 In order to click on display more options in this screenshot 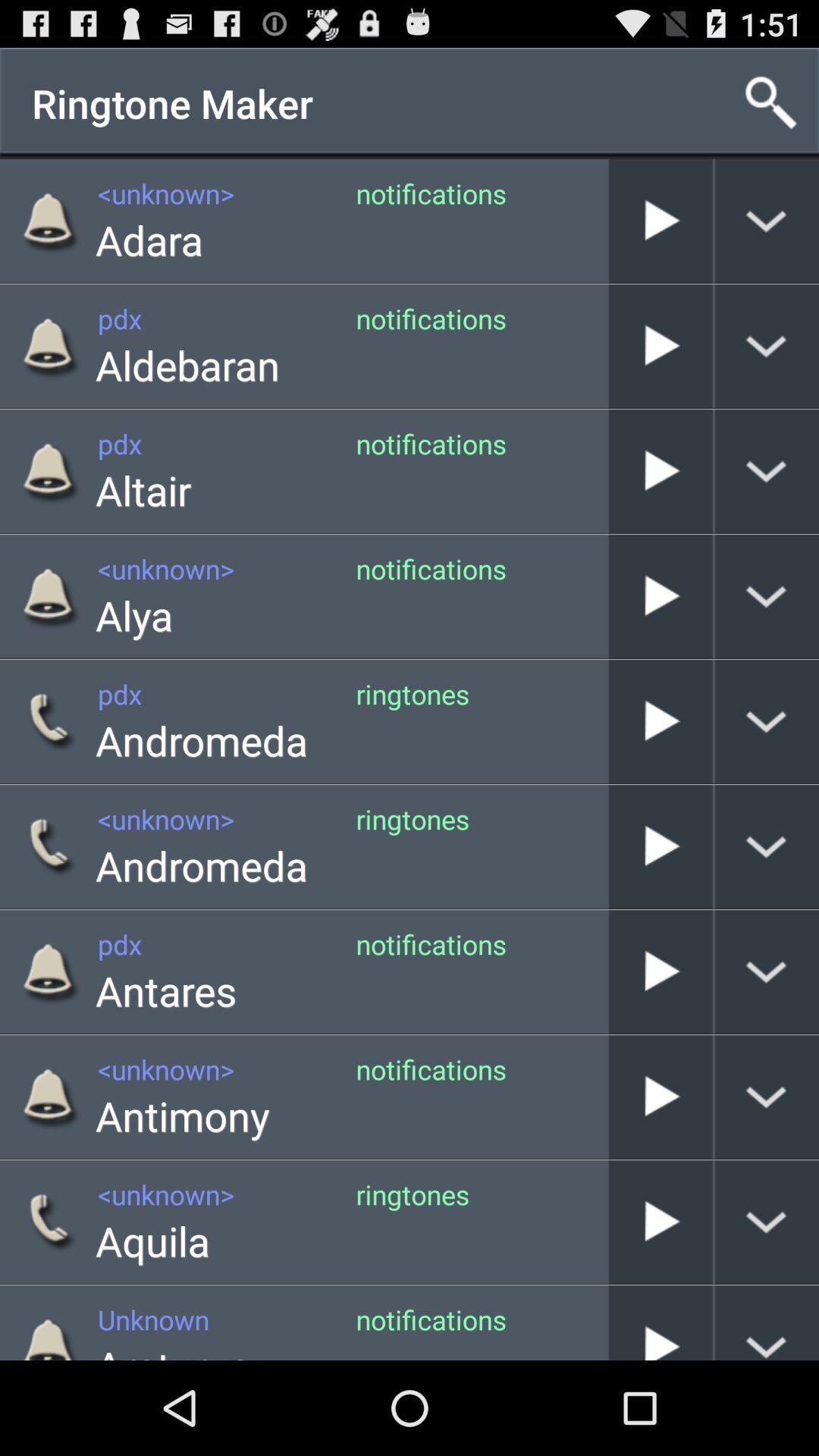, I will do `click(767, 1222)`.